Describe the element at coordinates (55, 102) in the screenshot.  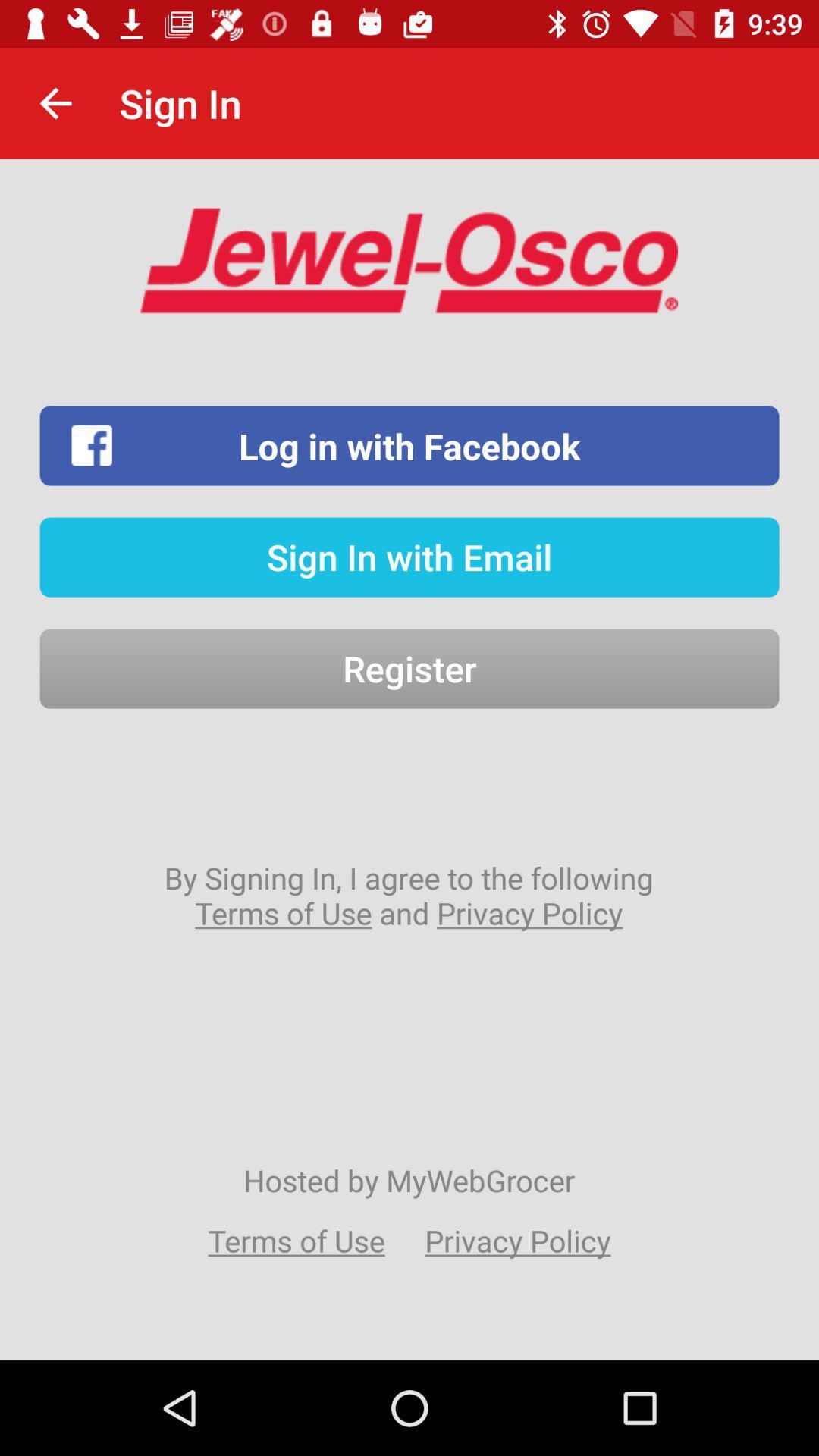
I see `the item to the left of the sign in` at that location.